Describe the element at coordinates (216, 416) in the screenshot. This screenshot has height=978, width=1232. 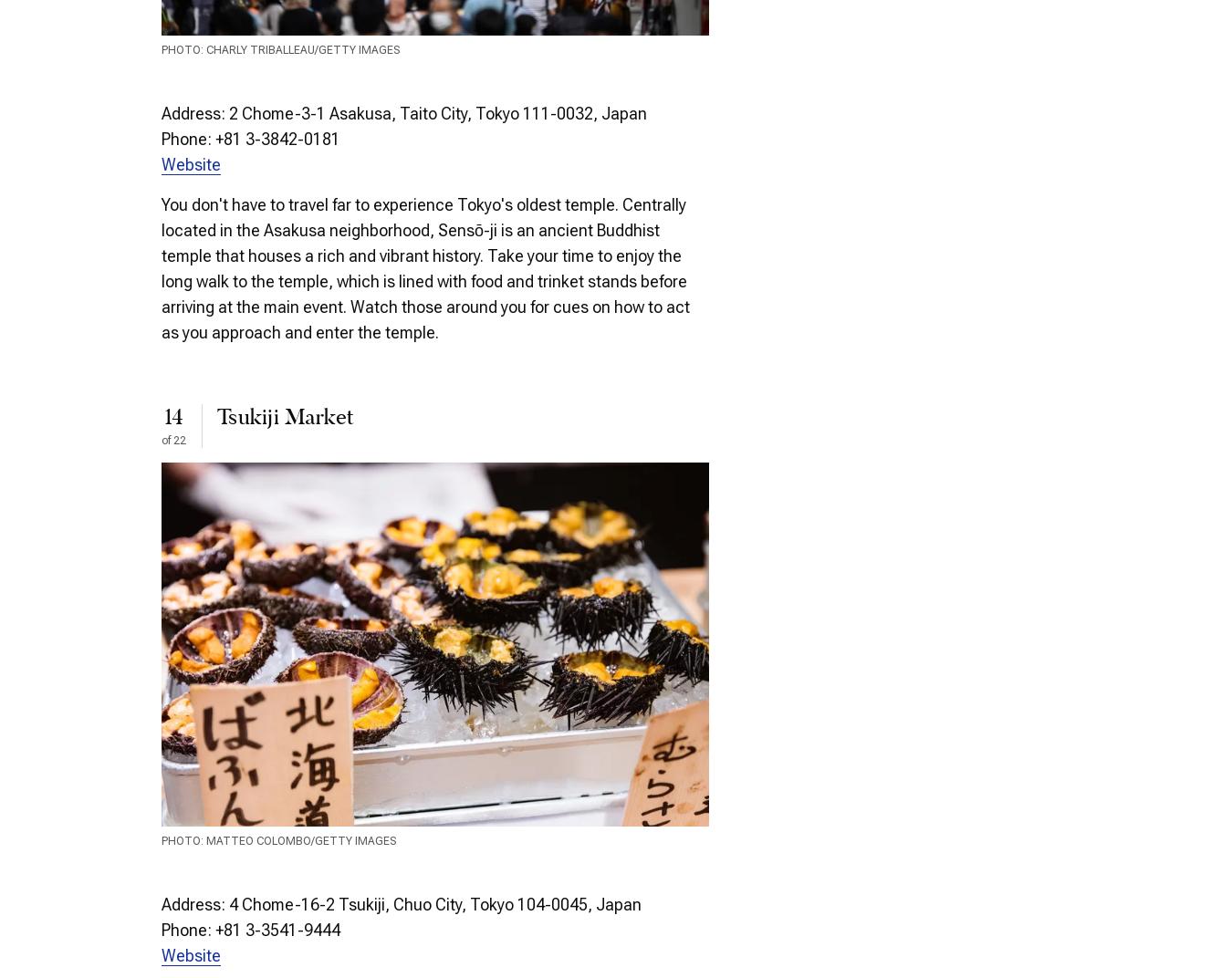
I see `'Tsukiji Market'` at that location.